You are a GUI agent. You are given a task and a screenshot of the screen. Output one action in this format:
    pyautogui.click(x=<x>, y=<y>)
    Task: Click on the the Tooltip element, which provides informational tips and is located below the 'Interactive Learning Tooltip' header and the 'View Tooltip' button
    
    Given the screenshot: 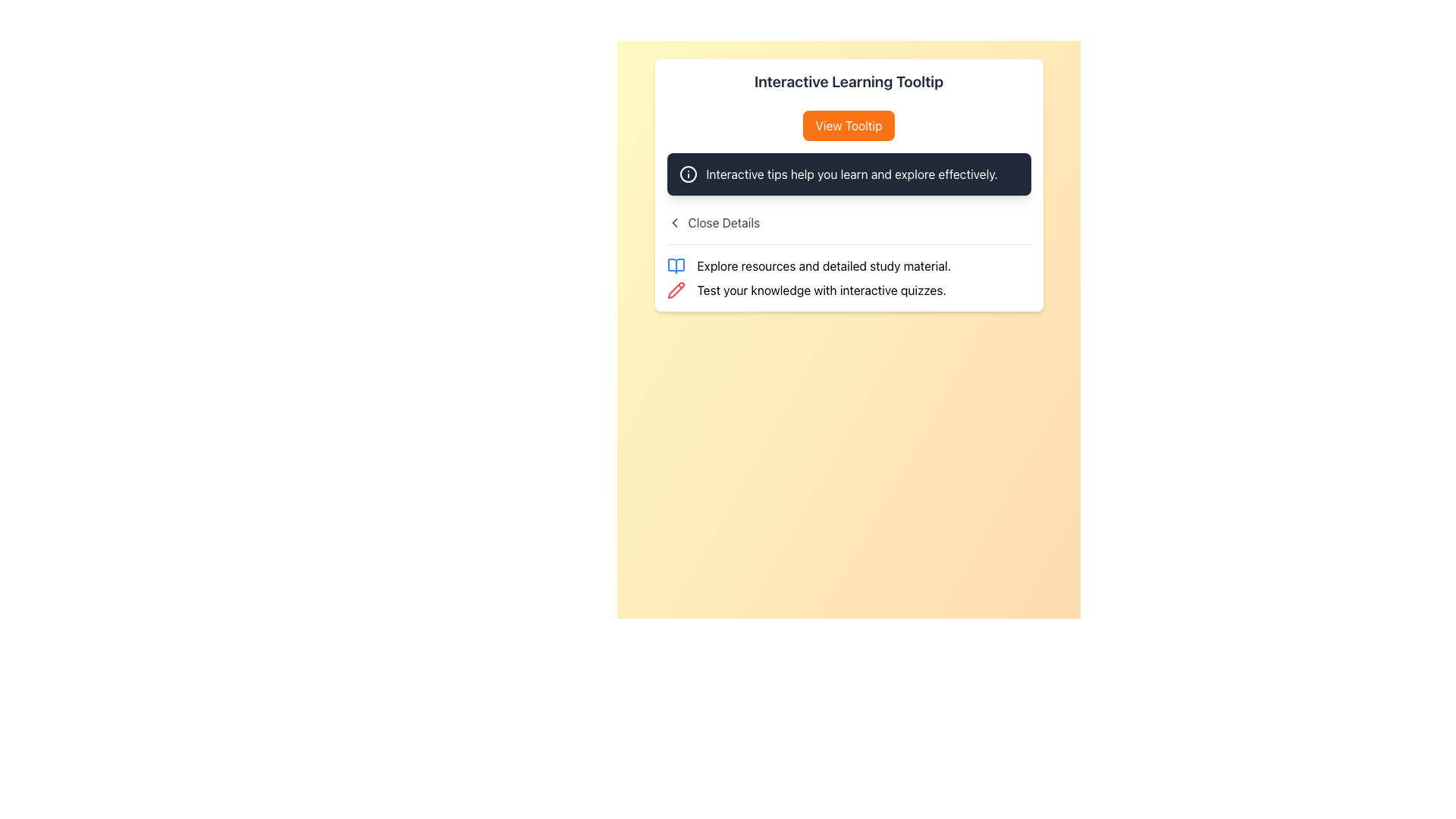 What is the action you would take?
    pyautogui.click(x=848, y=174)
    